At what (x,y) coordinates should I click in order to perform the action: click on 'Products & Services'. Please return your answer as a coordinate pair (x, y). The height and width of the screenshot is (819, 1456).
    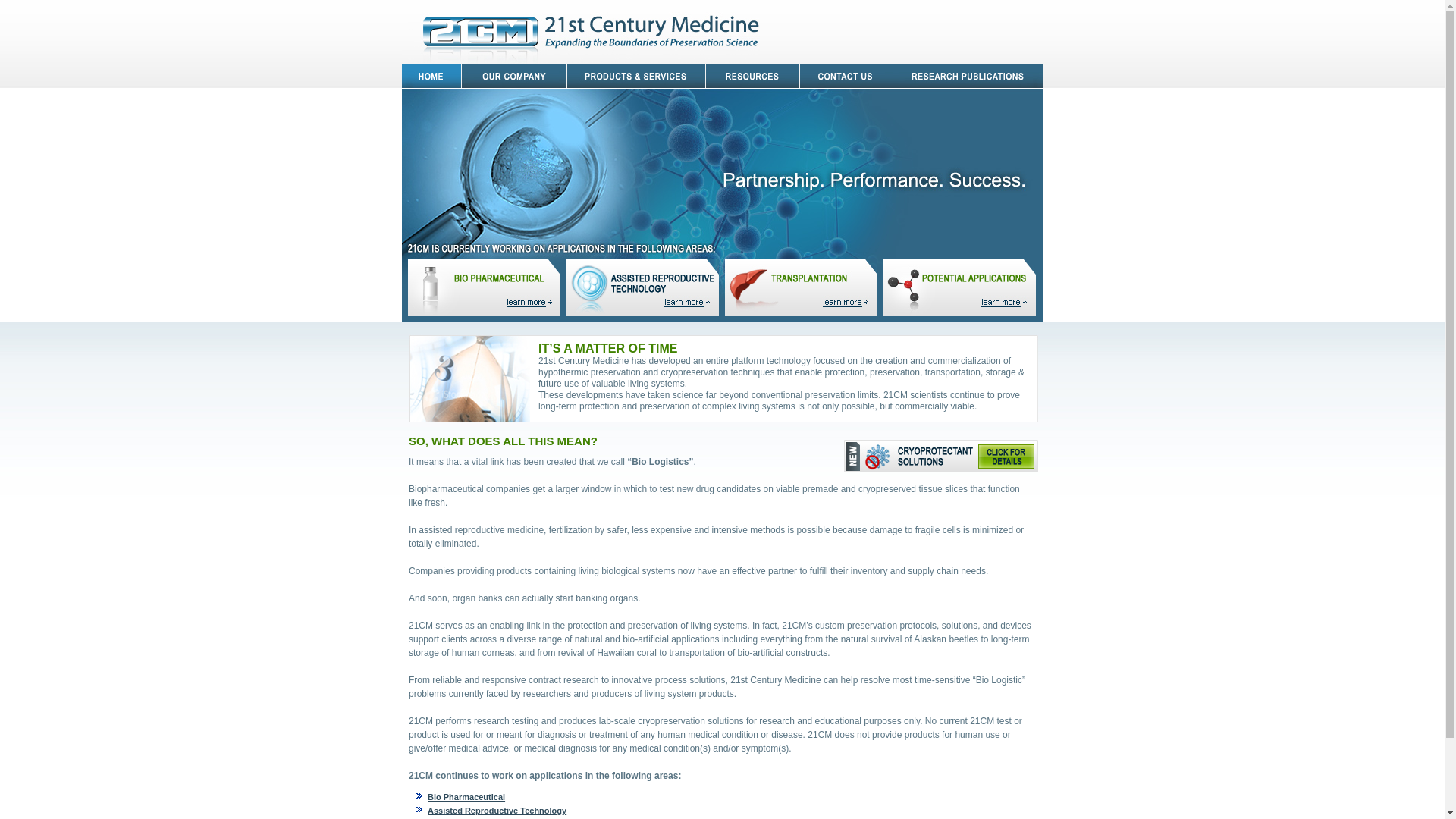
    Looking at the image, I should click on (636, 76).